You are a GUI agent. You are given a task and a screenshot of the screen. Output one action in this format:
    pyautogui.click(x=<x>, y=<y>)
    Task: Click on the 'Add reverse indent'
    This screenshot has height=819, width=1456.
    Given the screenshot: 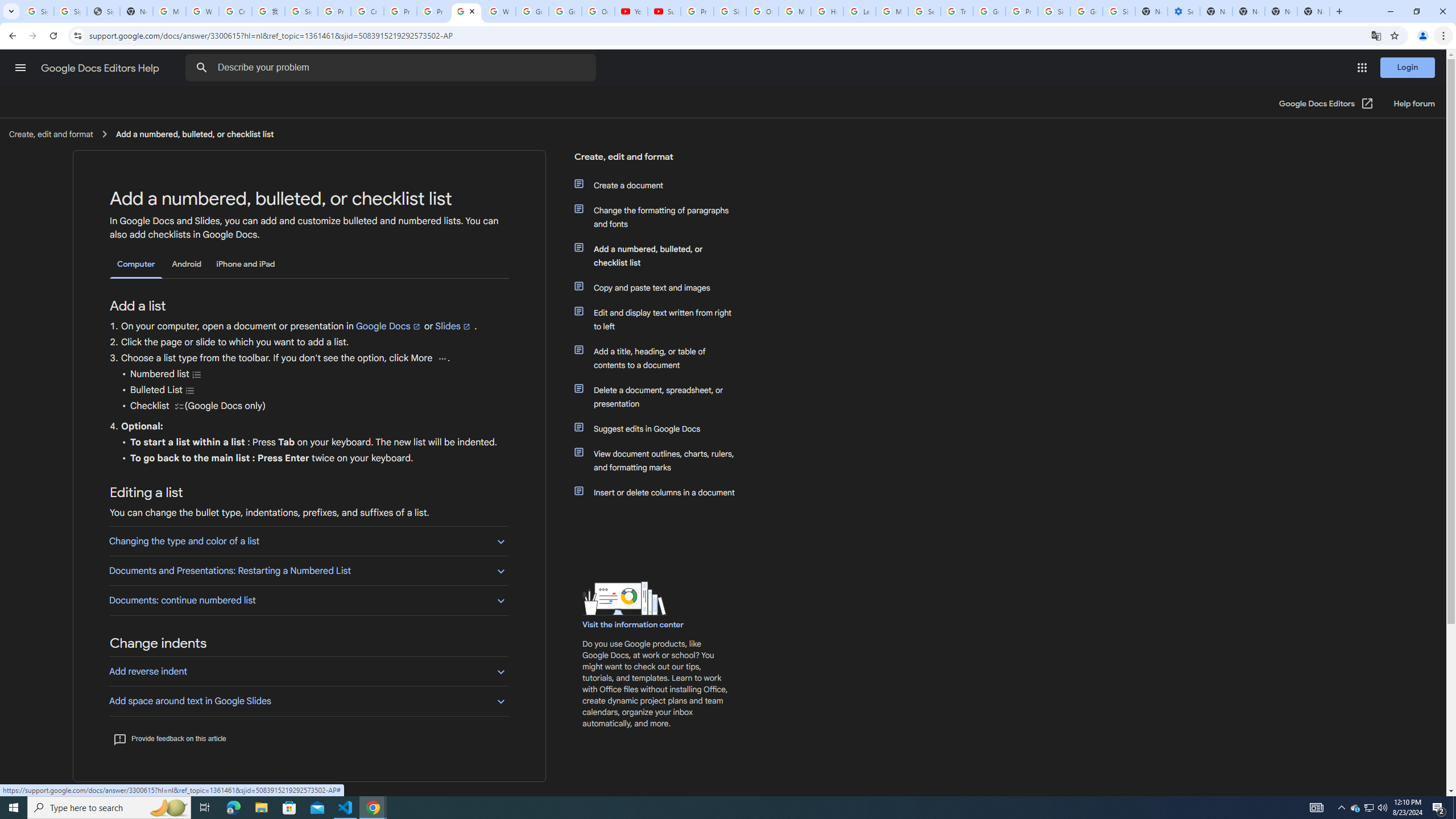 What is the action you would take?
    pyautogui.click(x=308, y=671)
    